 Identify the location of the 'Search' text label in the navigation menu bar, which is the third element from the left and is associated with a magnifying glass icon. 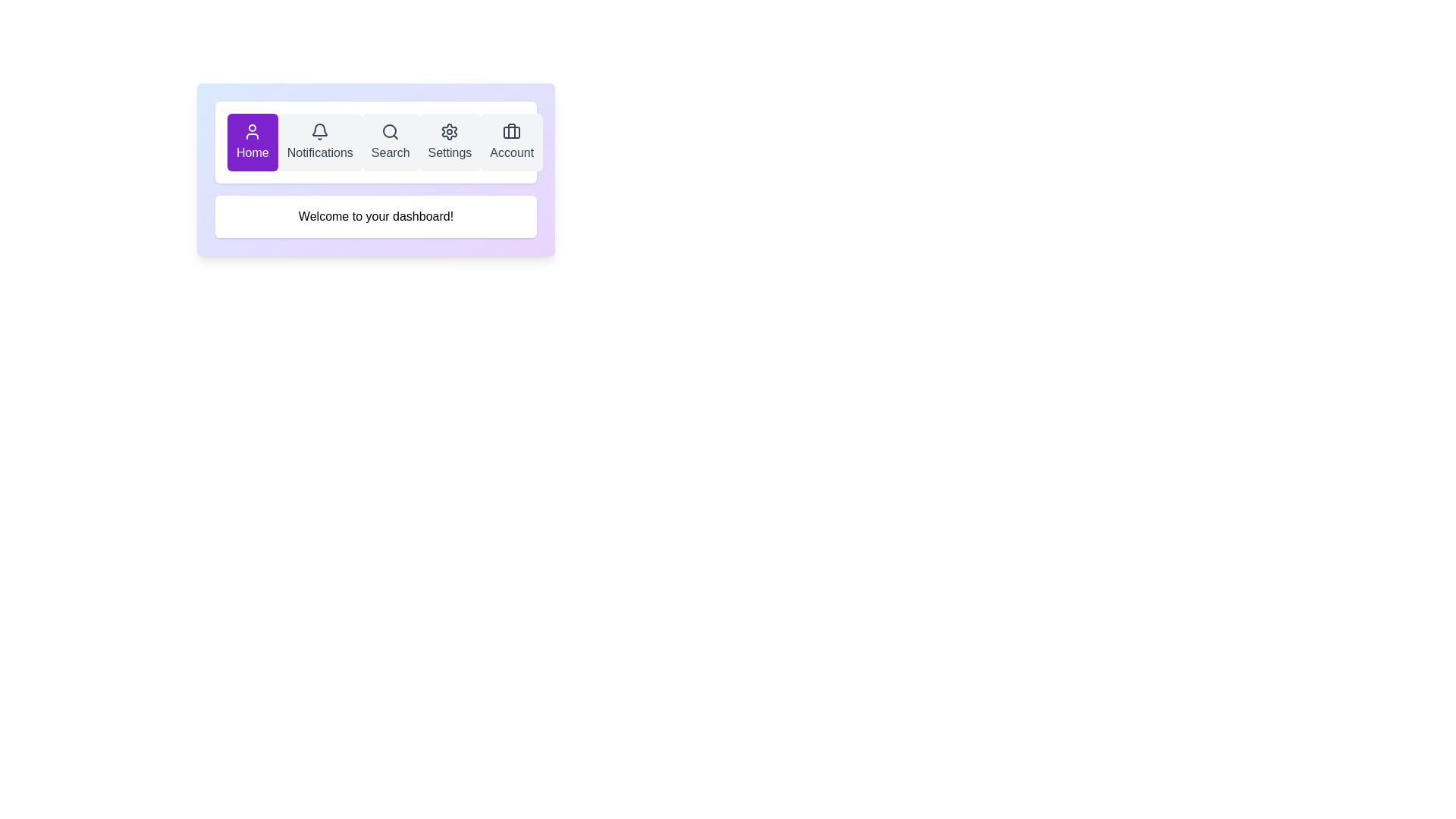
(391, 152).